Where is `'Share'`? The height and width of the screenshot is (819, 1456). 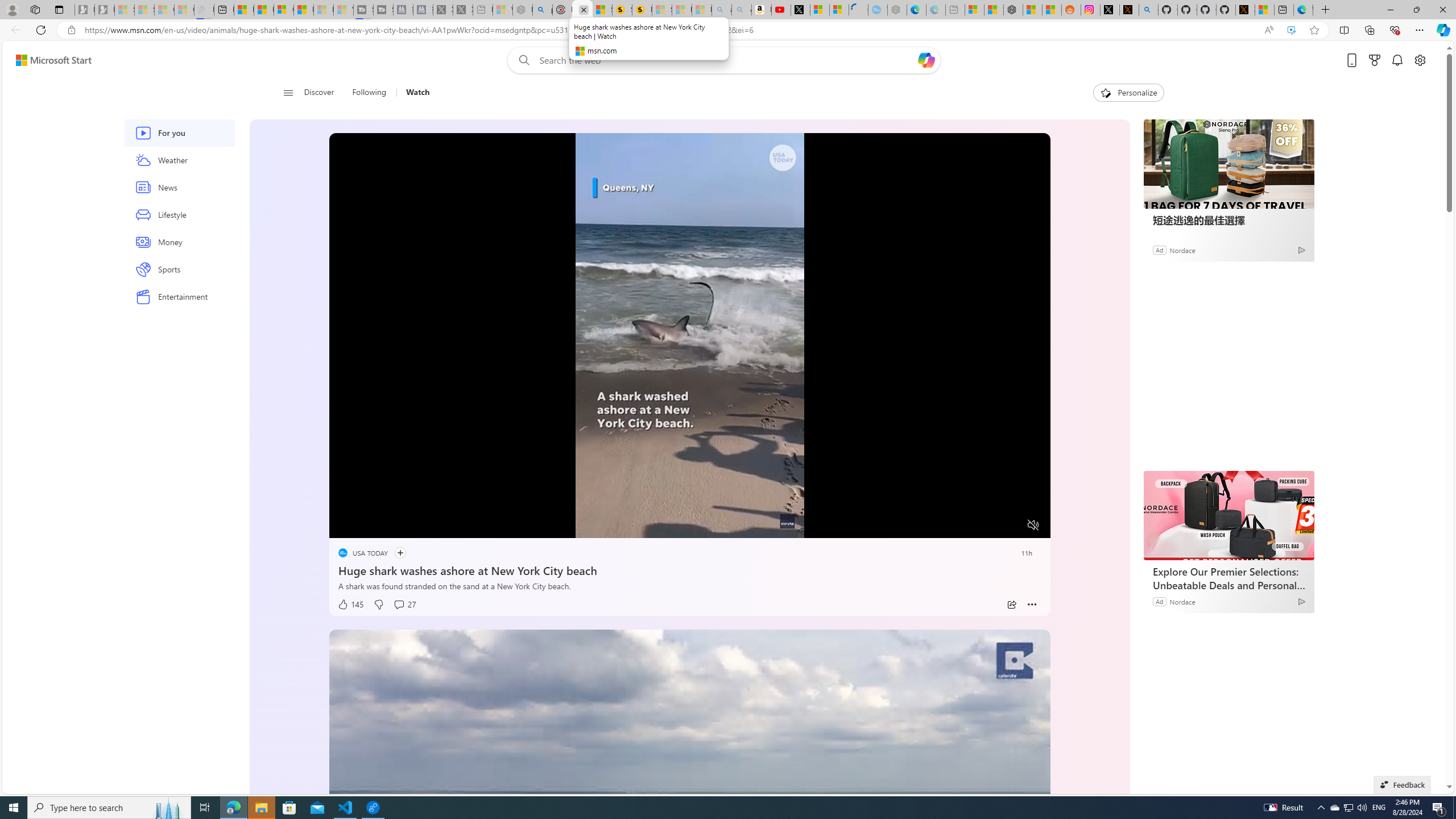
'Share' is located at coordinates (1011, 604).